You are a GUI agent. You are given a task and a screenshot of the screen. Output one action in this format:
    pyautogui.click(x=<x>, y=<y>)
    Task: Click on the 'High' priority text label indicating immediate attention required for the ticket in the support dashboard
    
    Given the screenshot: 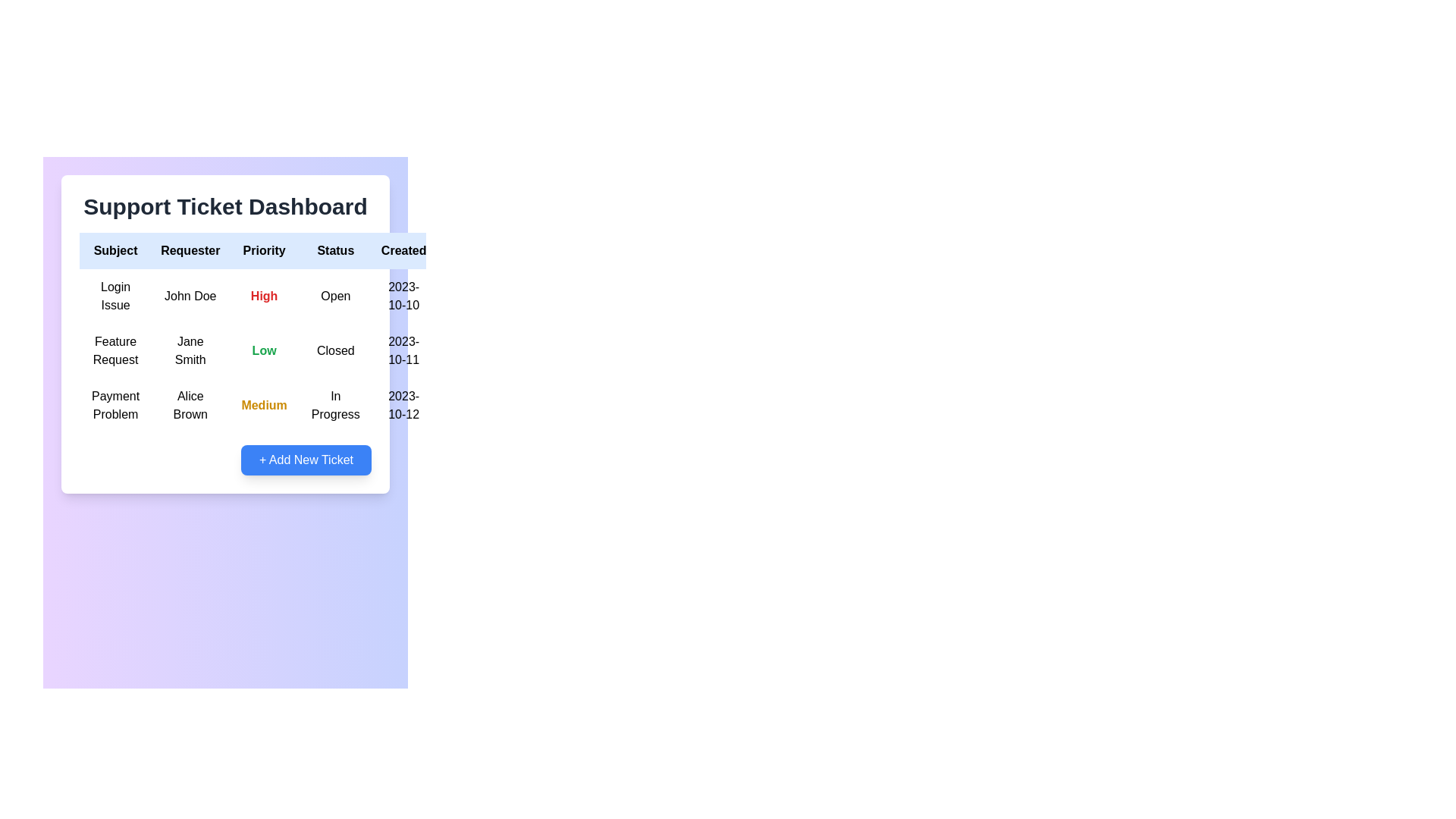 What is the action you would take?
    pyautogui.click(x=264, y=296)
    